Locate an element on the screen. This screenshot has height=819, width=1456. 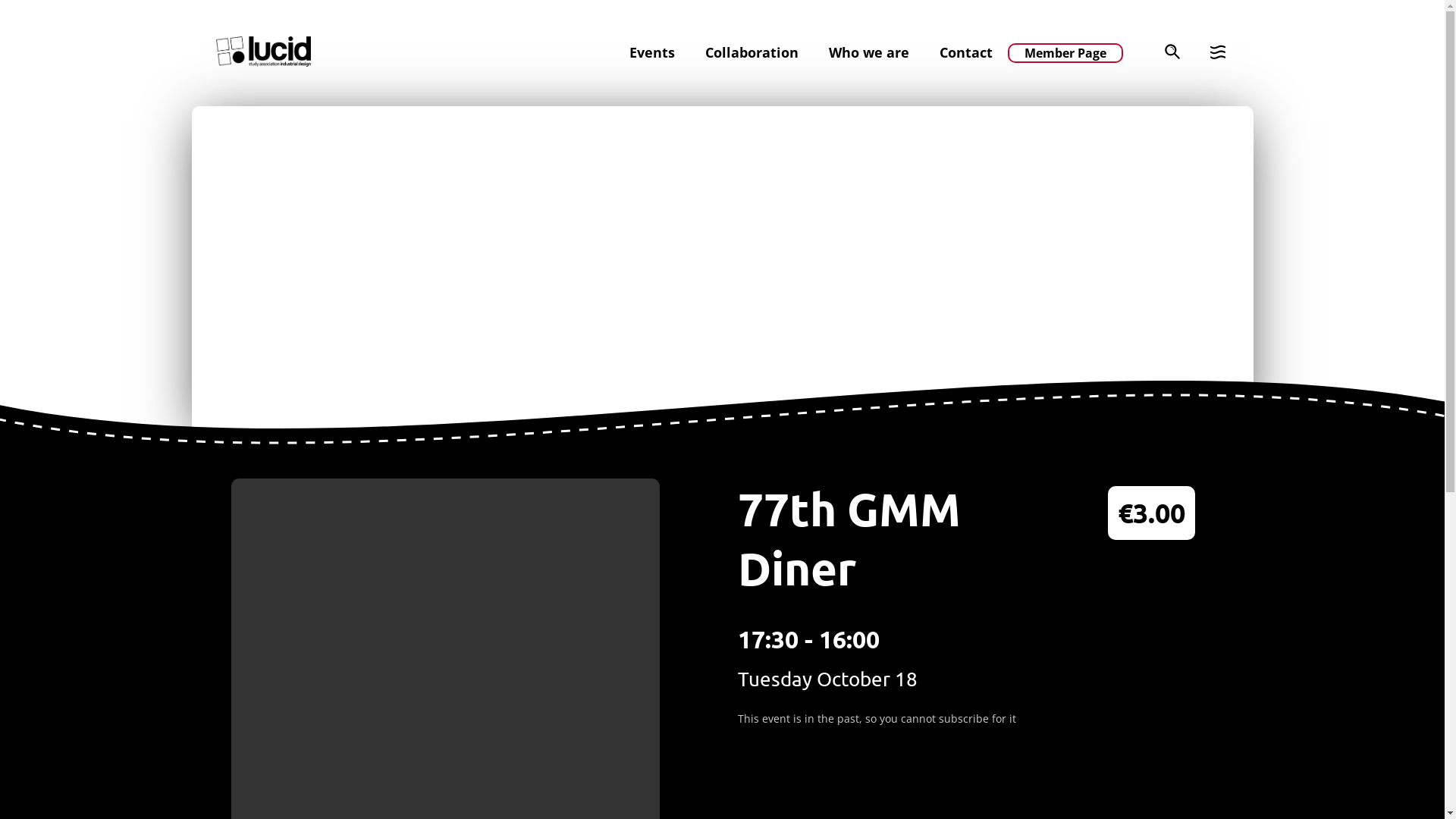
'Events' is located at coordinates (629, 52).